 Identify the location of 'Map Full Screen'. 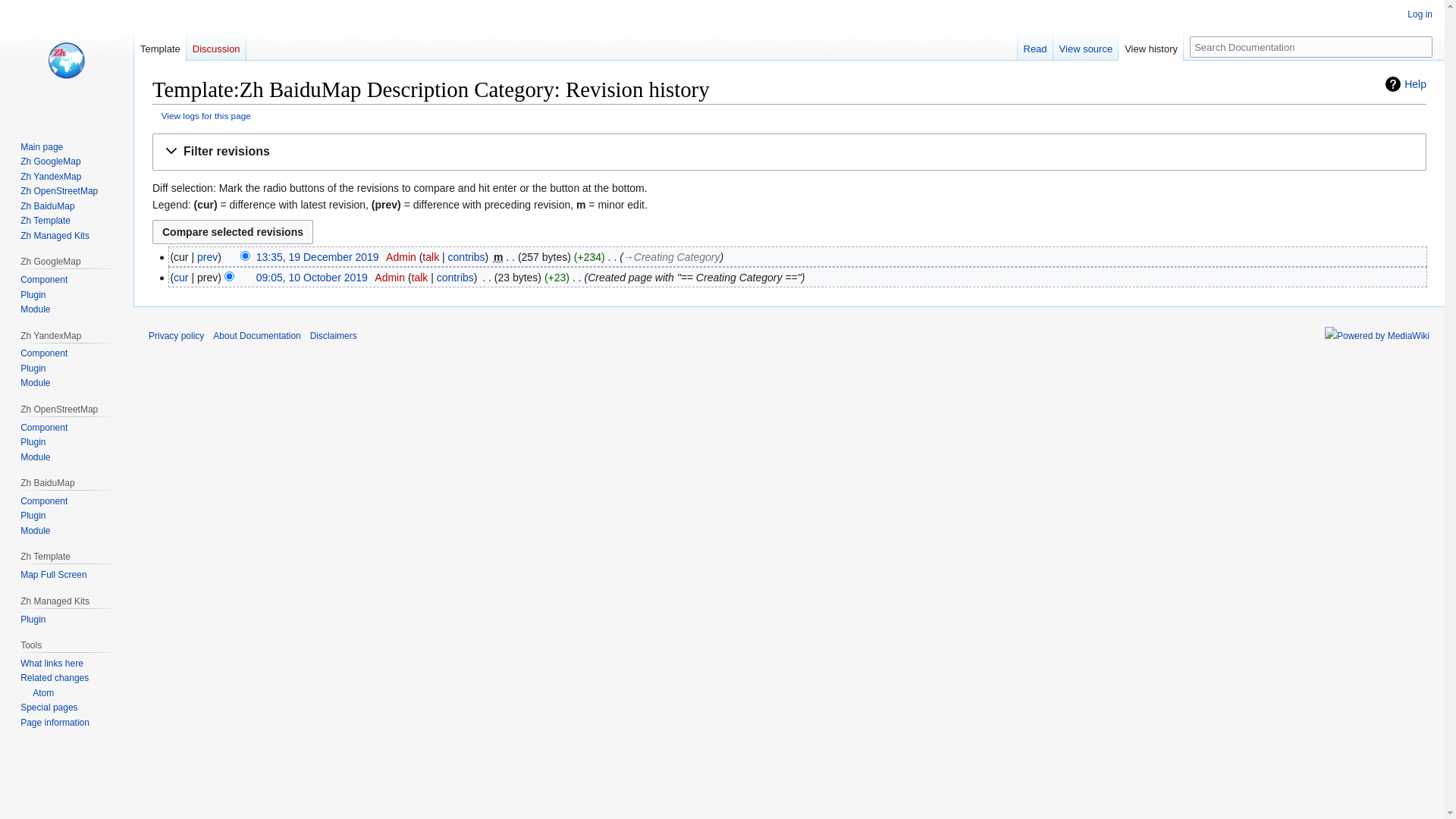
(53, 575).